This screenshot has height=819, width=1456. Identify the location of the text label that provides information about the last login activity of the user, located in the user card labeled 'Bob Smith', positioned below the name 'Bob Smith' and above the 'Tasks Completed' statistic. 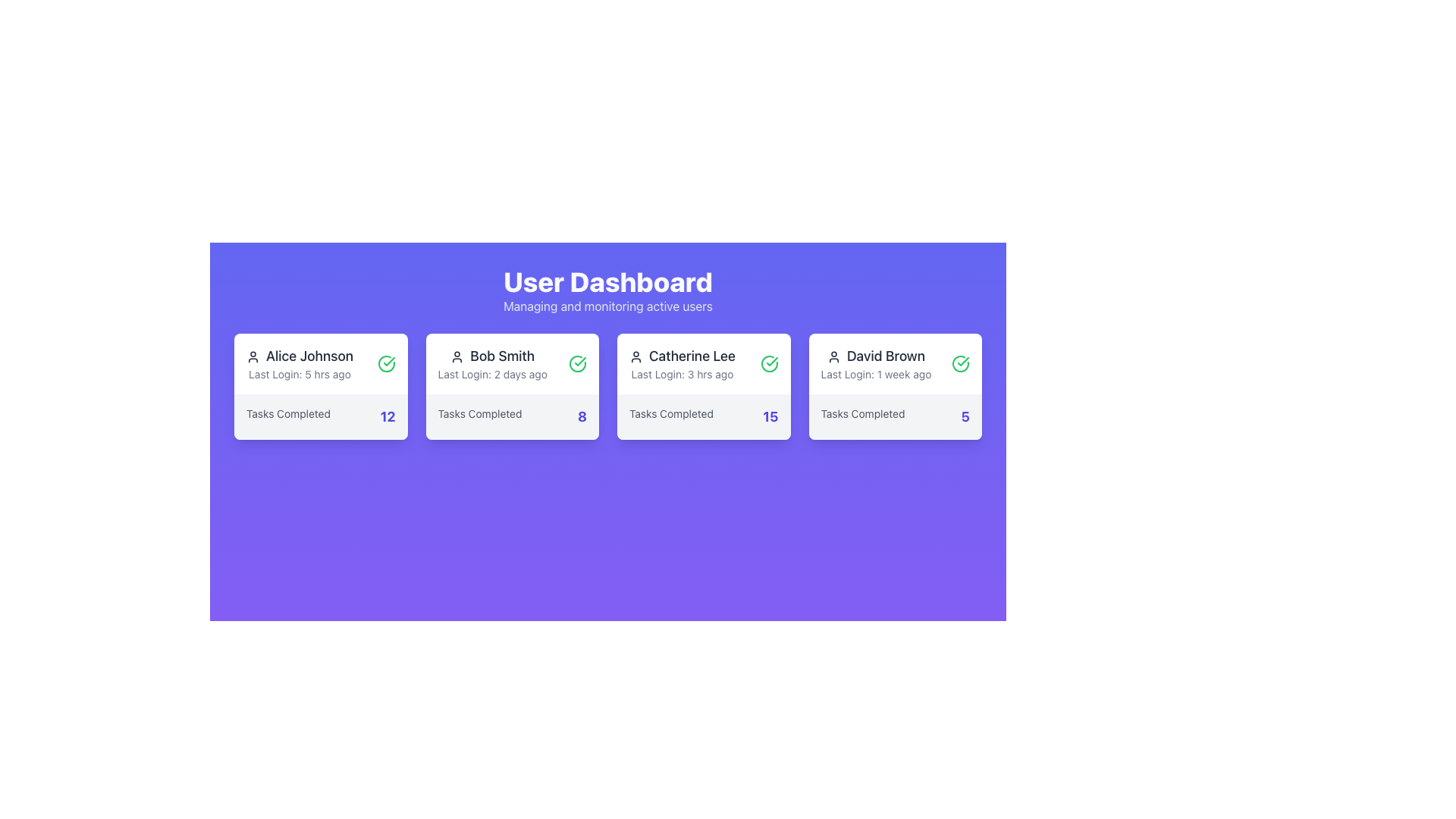
(492, 374).